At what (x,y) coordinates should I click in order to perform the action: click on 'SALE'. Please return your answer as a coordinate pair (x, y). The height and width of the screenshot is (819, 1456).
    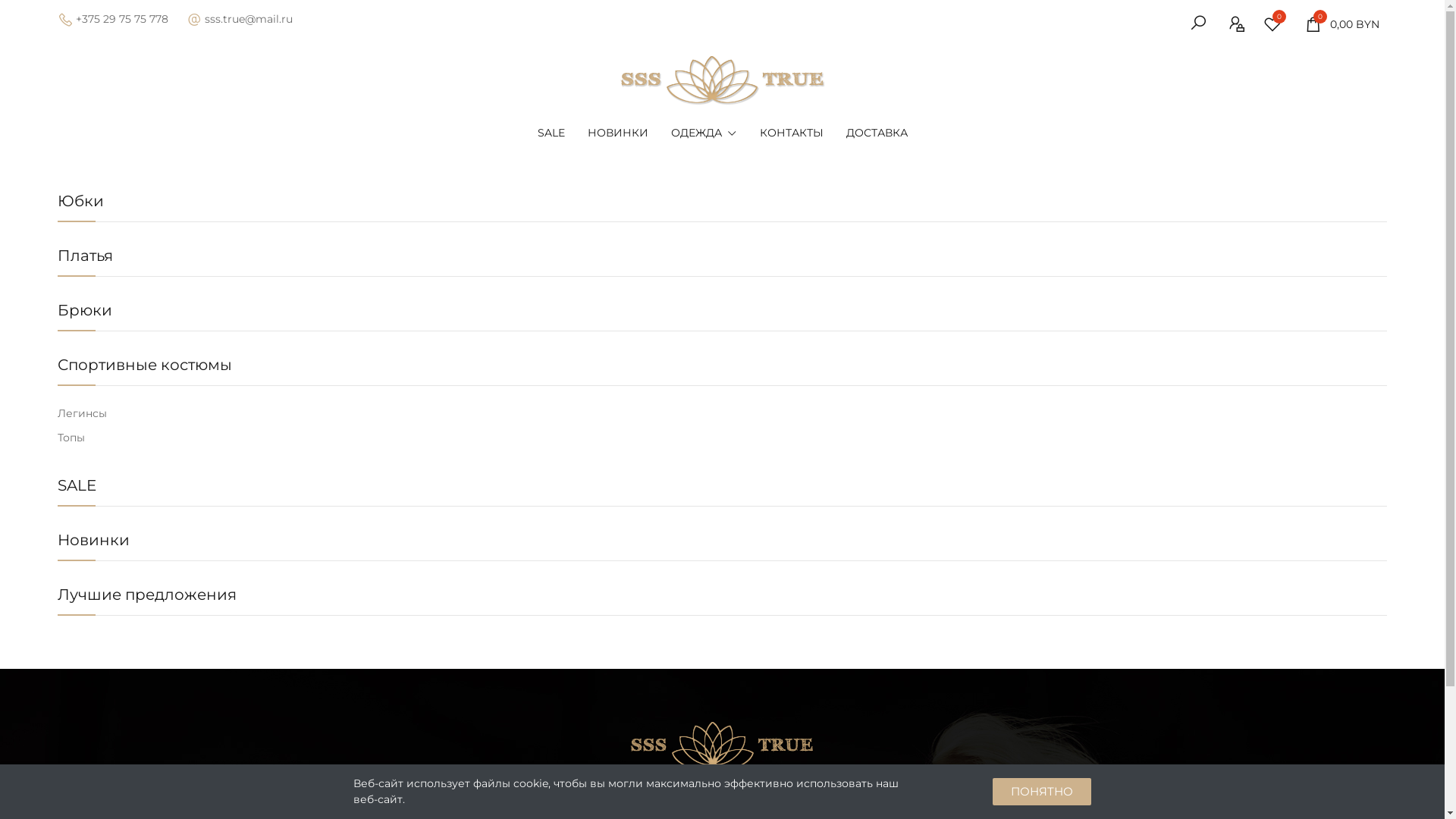
    Looking at the image, I should click on (550, 131).